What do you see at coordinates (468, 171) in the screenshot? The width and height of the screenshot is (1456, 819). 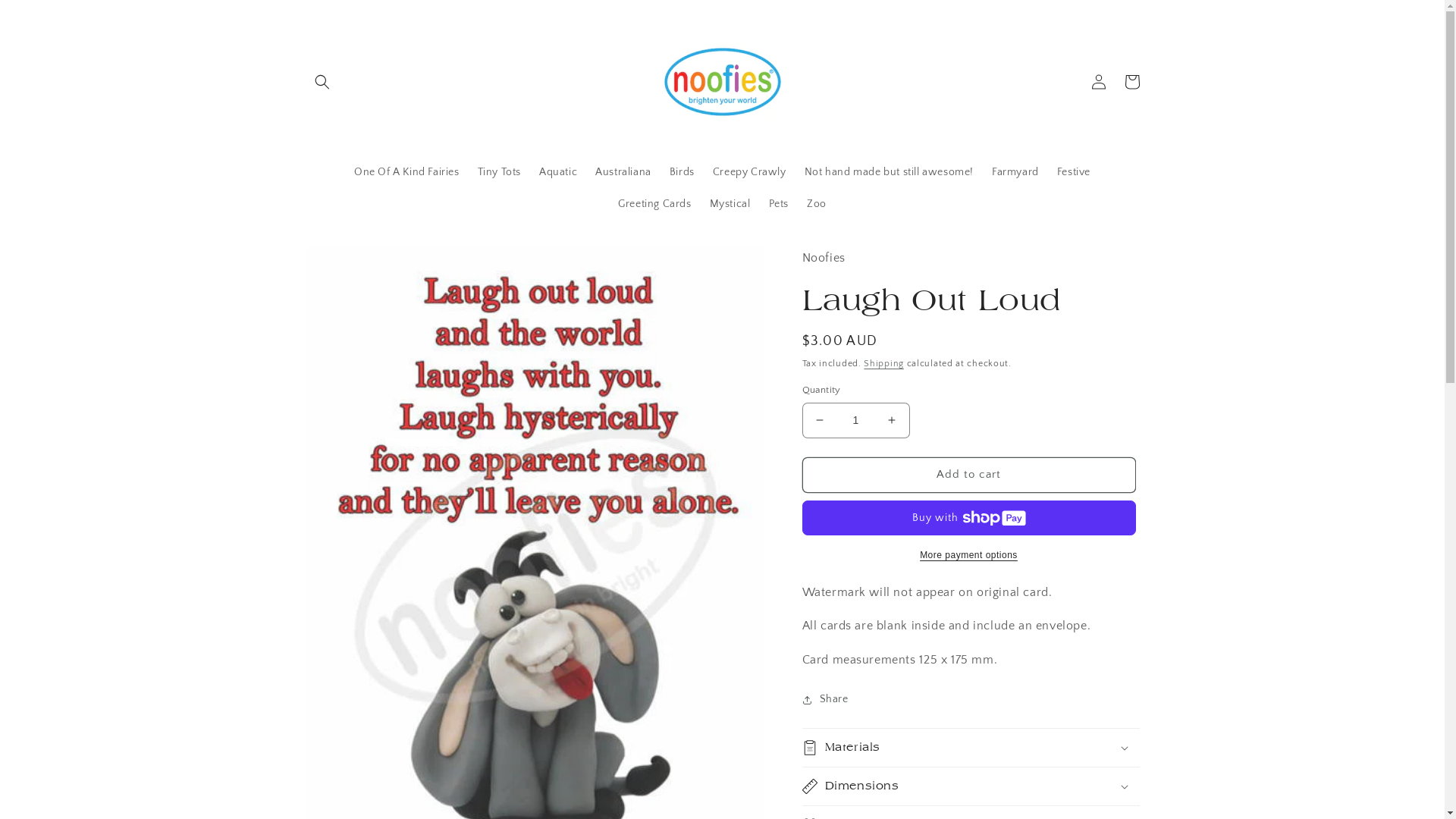 I see `'Tiny Tots'` at bounding box center [468, 171].